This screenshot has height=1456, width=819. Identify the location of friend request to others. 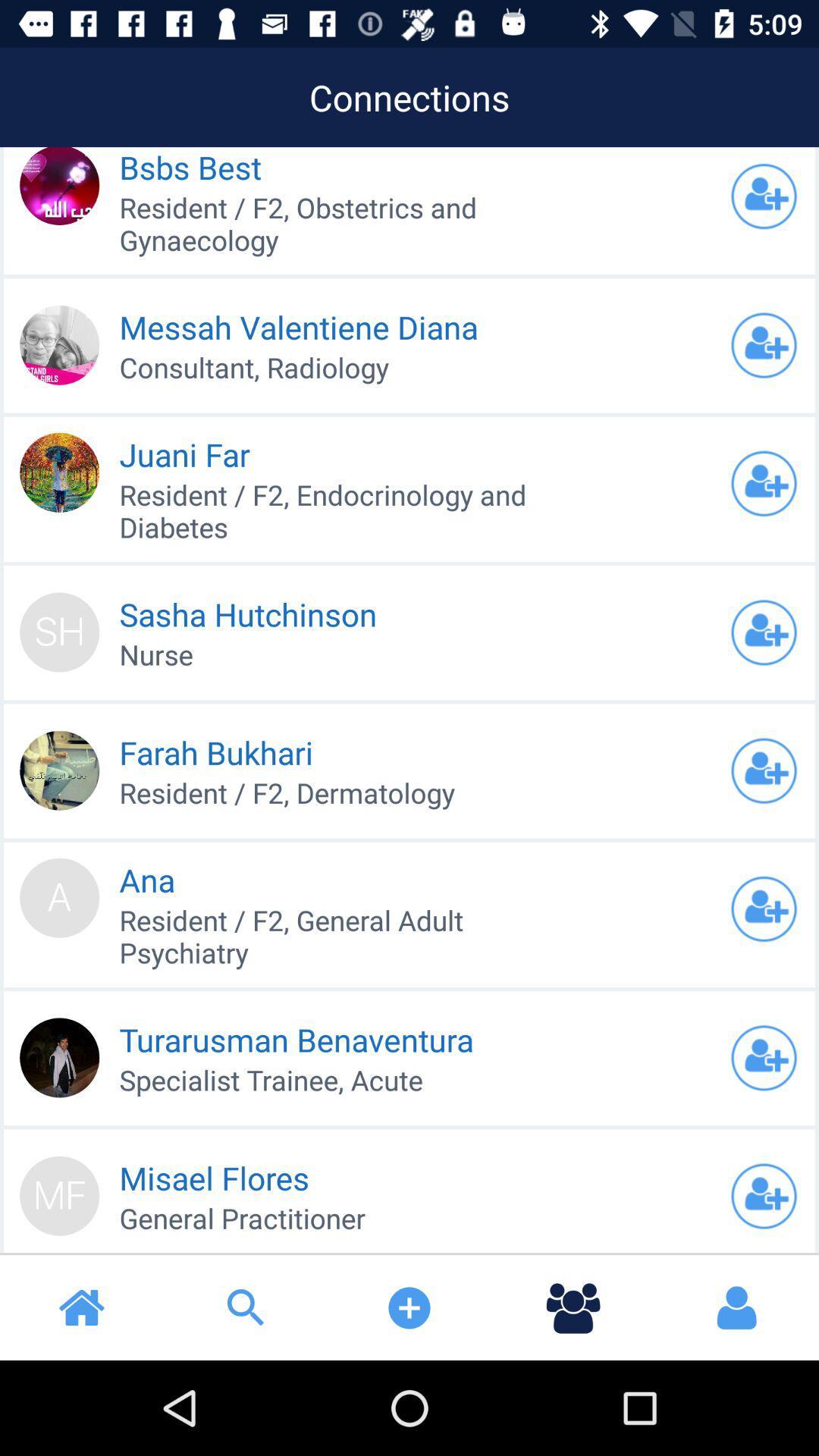
(764, 1195).